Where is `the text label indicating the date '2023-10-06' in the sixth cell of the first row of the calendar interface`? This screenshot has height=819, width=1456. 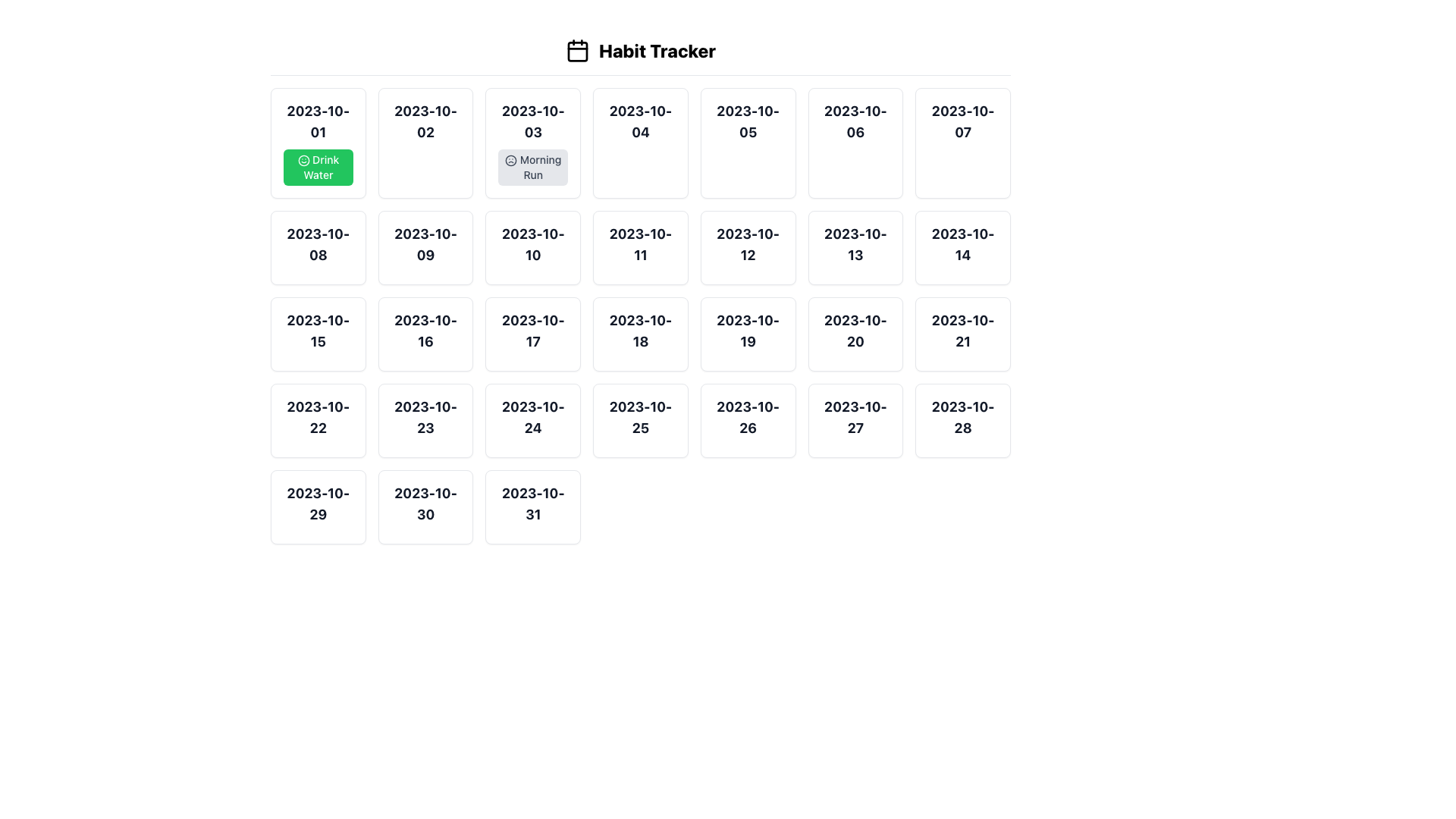
the text label indicating the date '2023-10-06' in the sixth cell of the first row of the calendar interface is located at coordinates (855, 121).